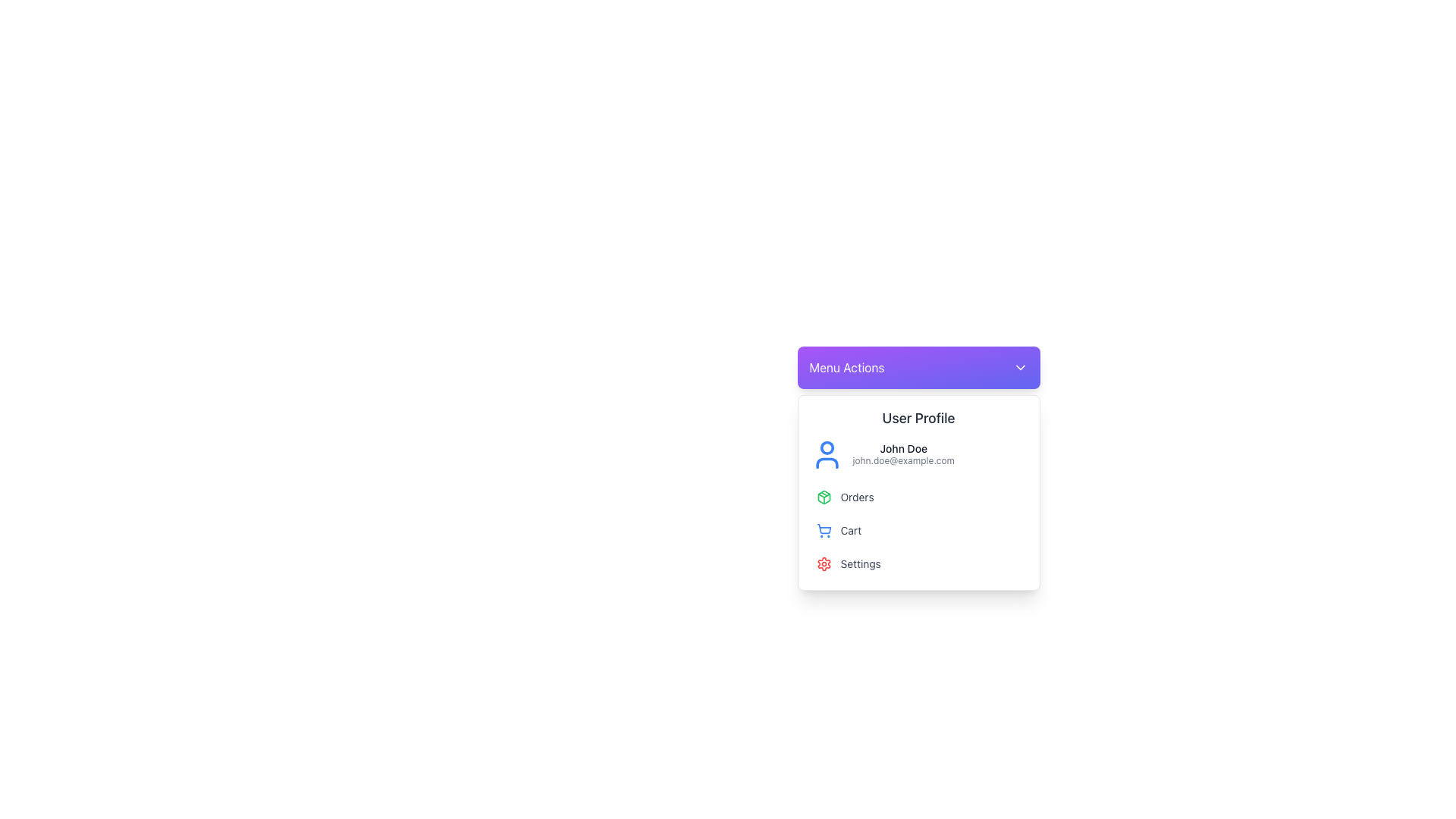  Describe the element at coordinates (851, 529) in the screenshot. I see `the 'Cart' text label located in the dropdown menu, which is positioned below the 'Orders' section and above the 'Settings' section, aligned with a blue shopping cart icon` at that location.